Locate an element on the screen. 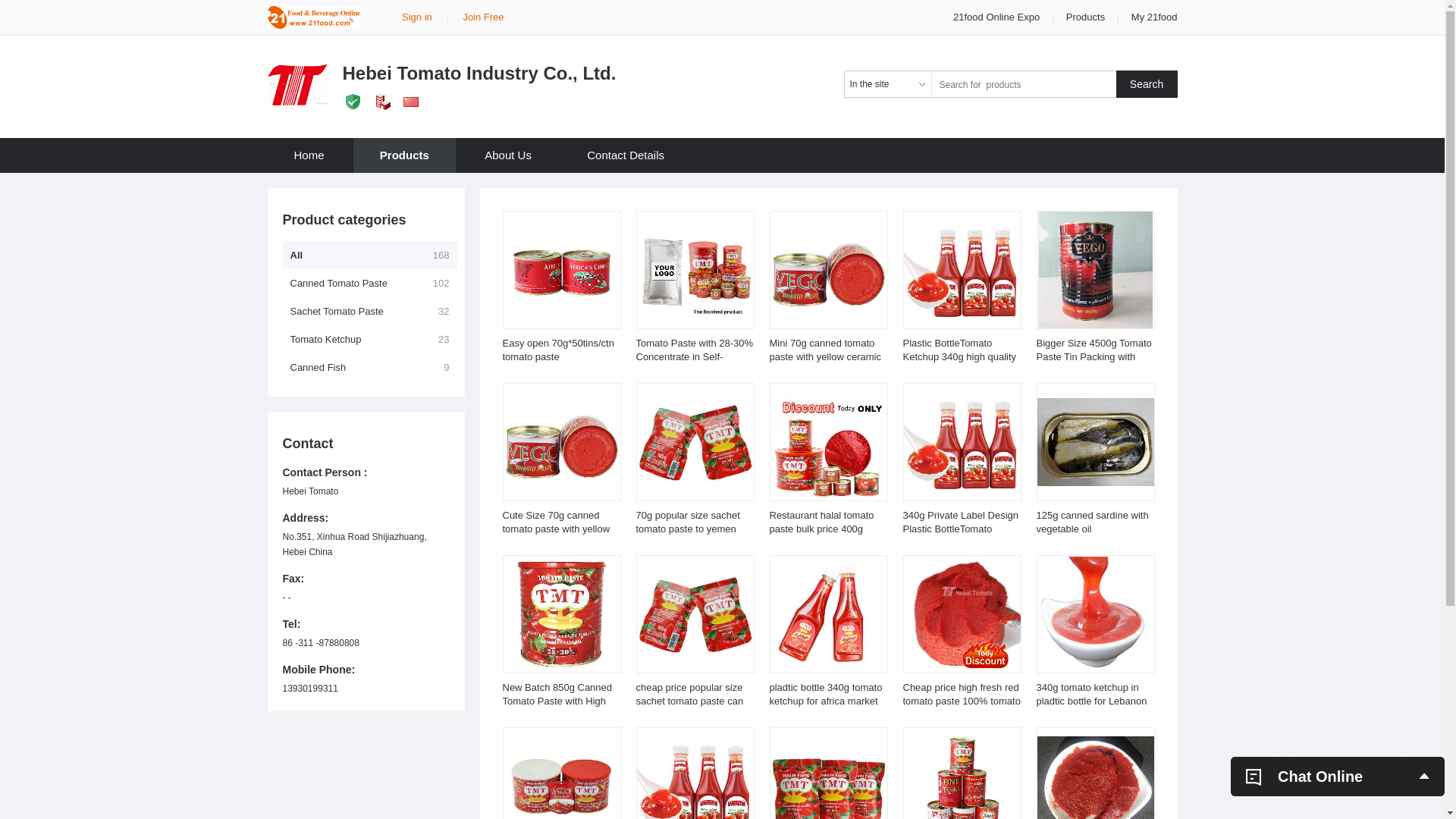 The width and height of the screenshot is (1456, 819). 'Plastic BottleTomato Ketchup 340g high quality' is located at coordinates (959, 350).